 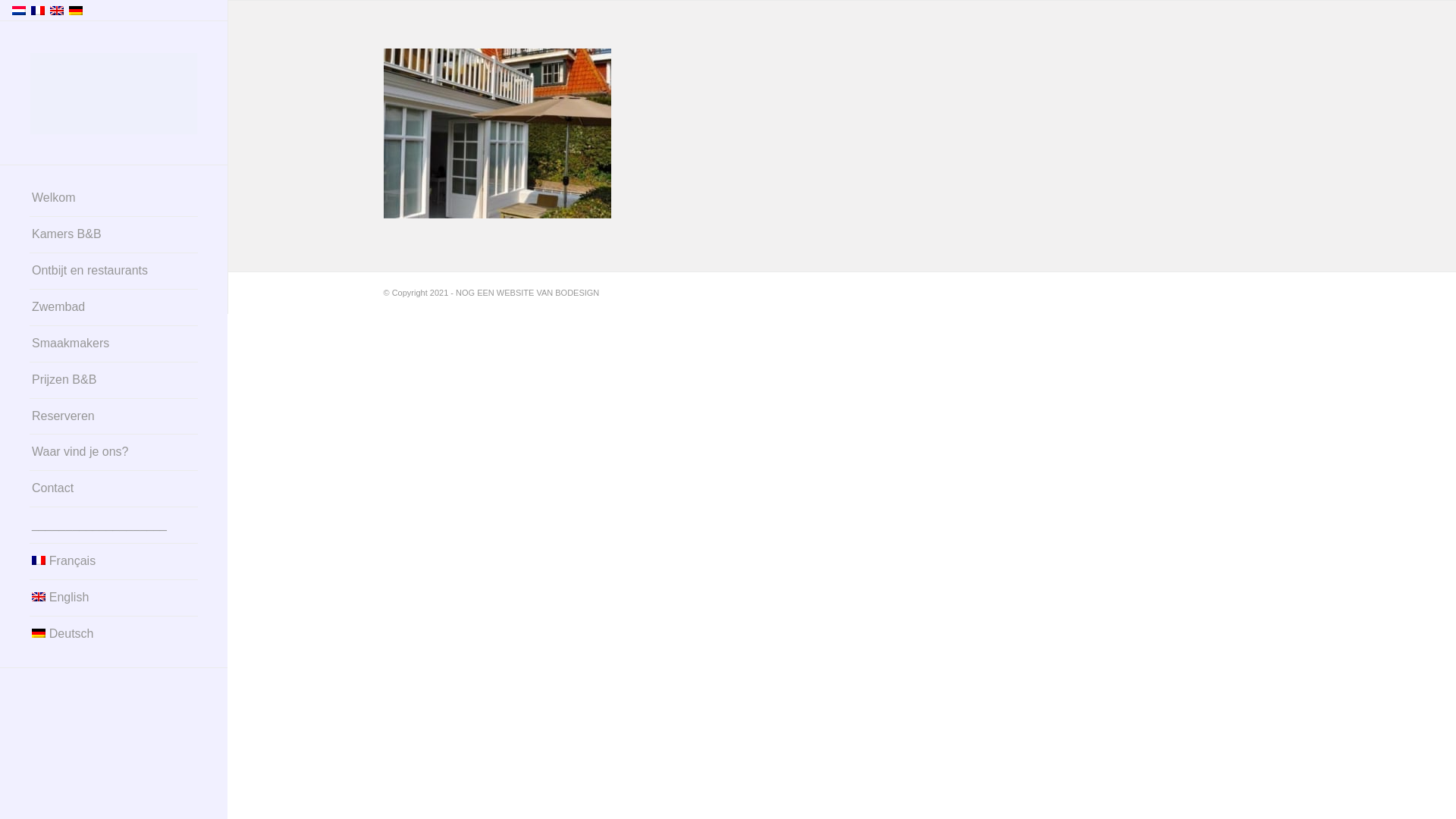 What do you see at coordinates (112, 417) in the screenshot?
I see `'Reserveren'` at bounding box center [112, 417].